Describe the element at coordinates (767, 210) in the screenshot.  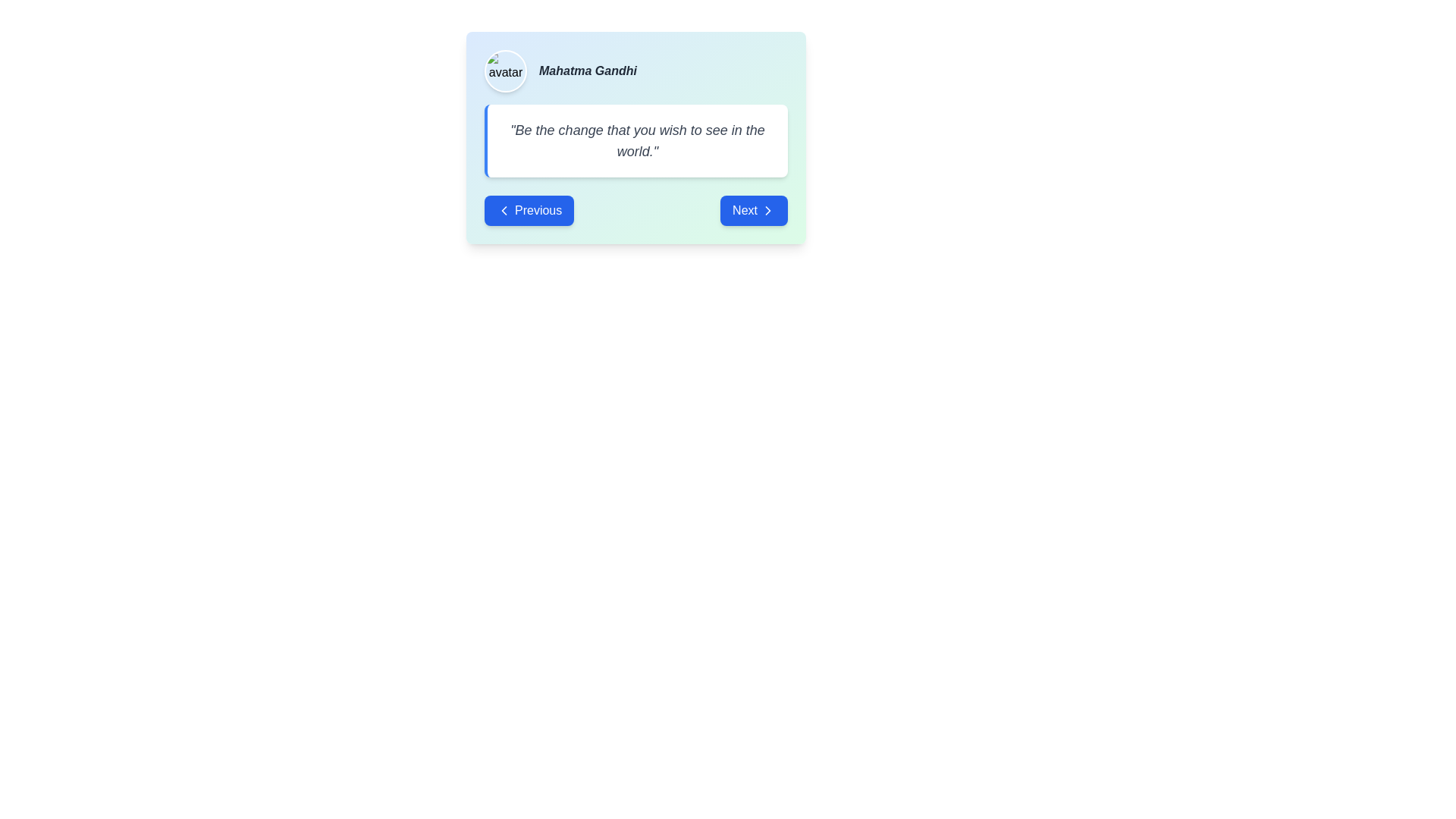
I see `the right-pointing chevron arrow icon within the blue 'Next' button` at that location.